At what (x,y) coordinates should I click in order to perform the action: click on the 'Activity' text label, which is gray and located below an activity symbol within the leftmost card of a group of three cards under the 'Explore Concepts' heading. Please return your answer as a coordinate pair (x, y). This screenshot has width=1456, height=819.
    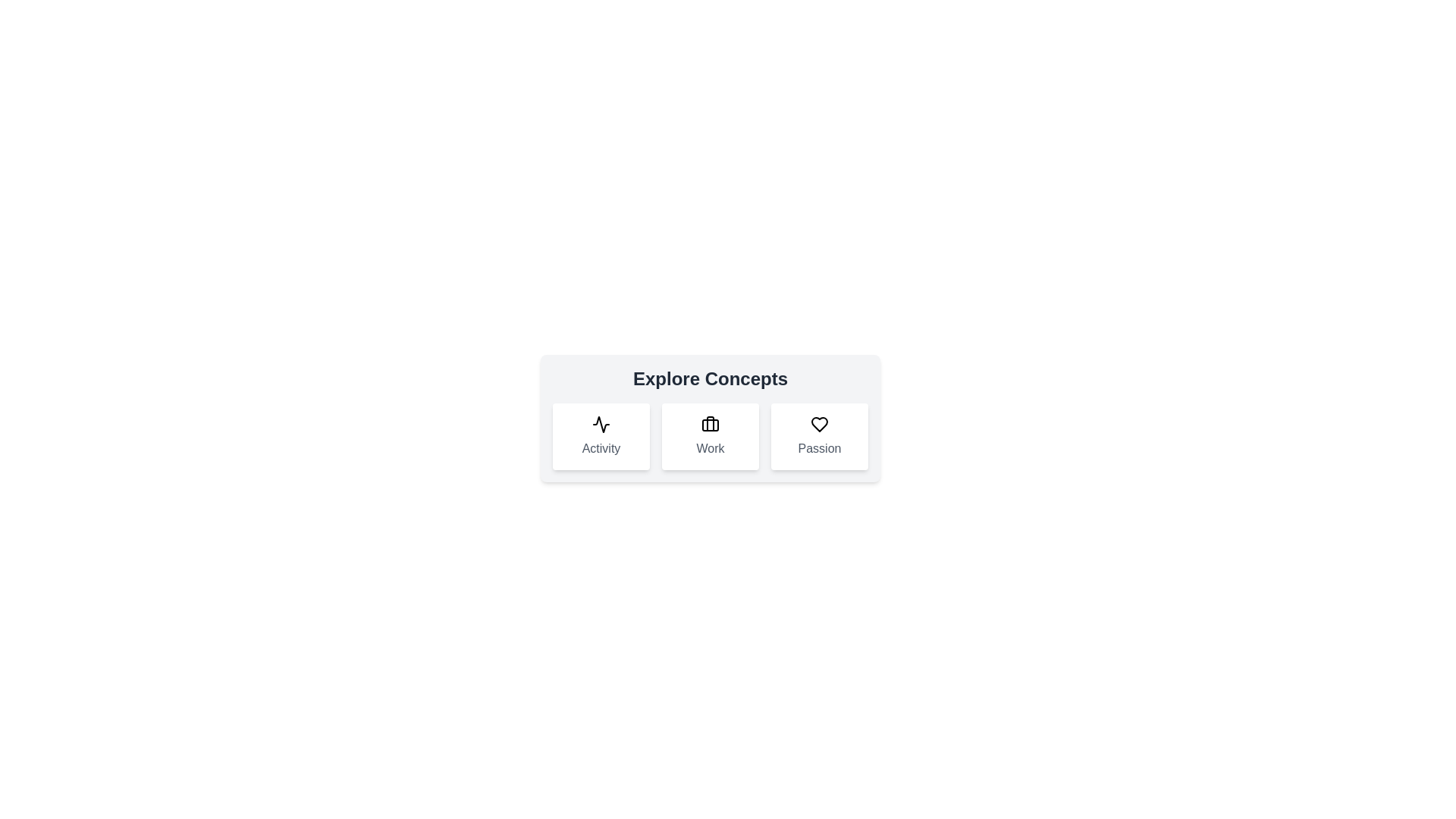
    Looking at the image, I should click on (600, 447).